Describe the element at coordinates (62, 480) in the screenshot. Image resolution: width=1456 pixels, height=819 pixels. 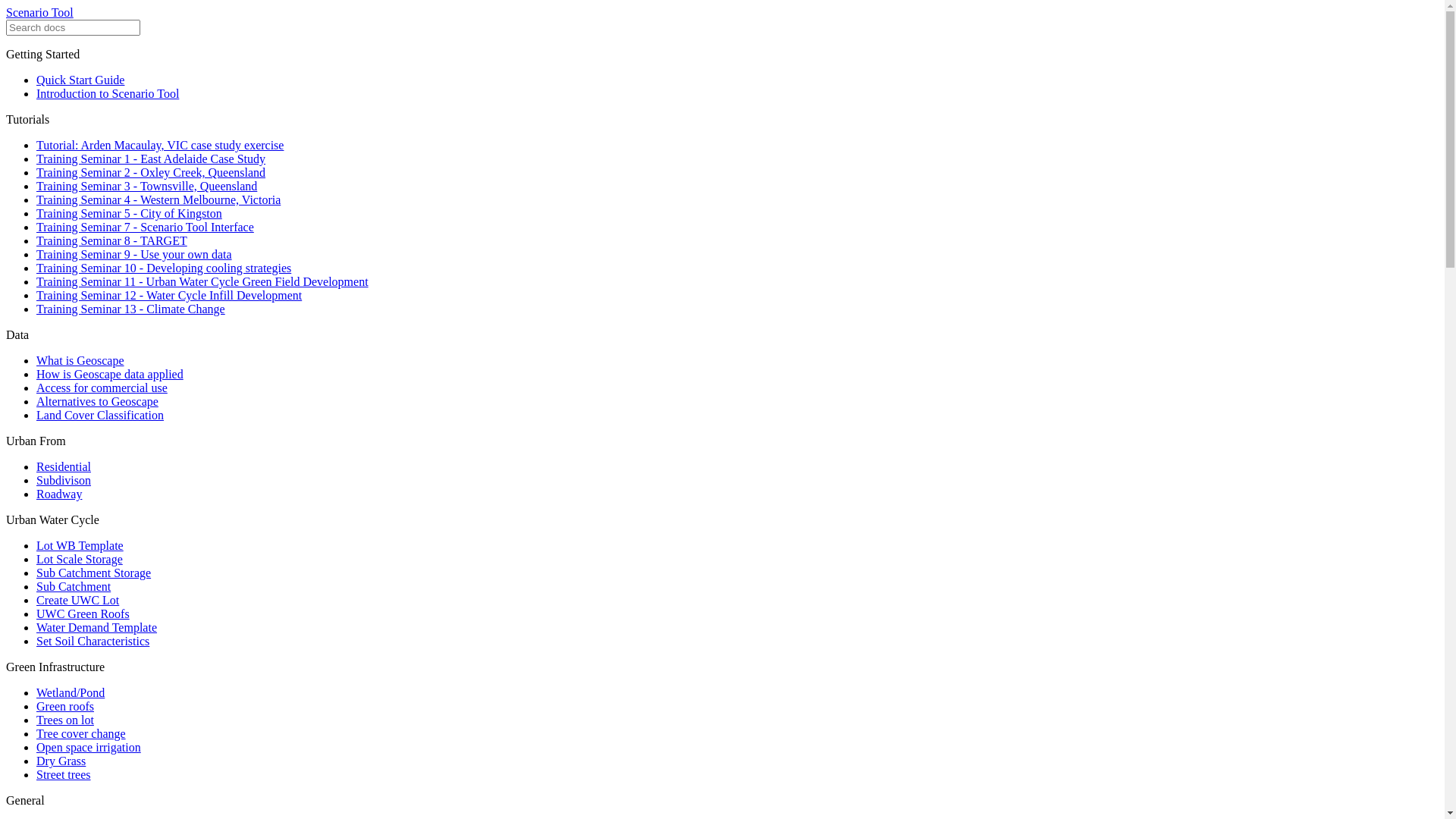
I see `'Subdivison'` at that location.